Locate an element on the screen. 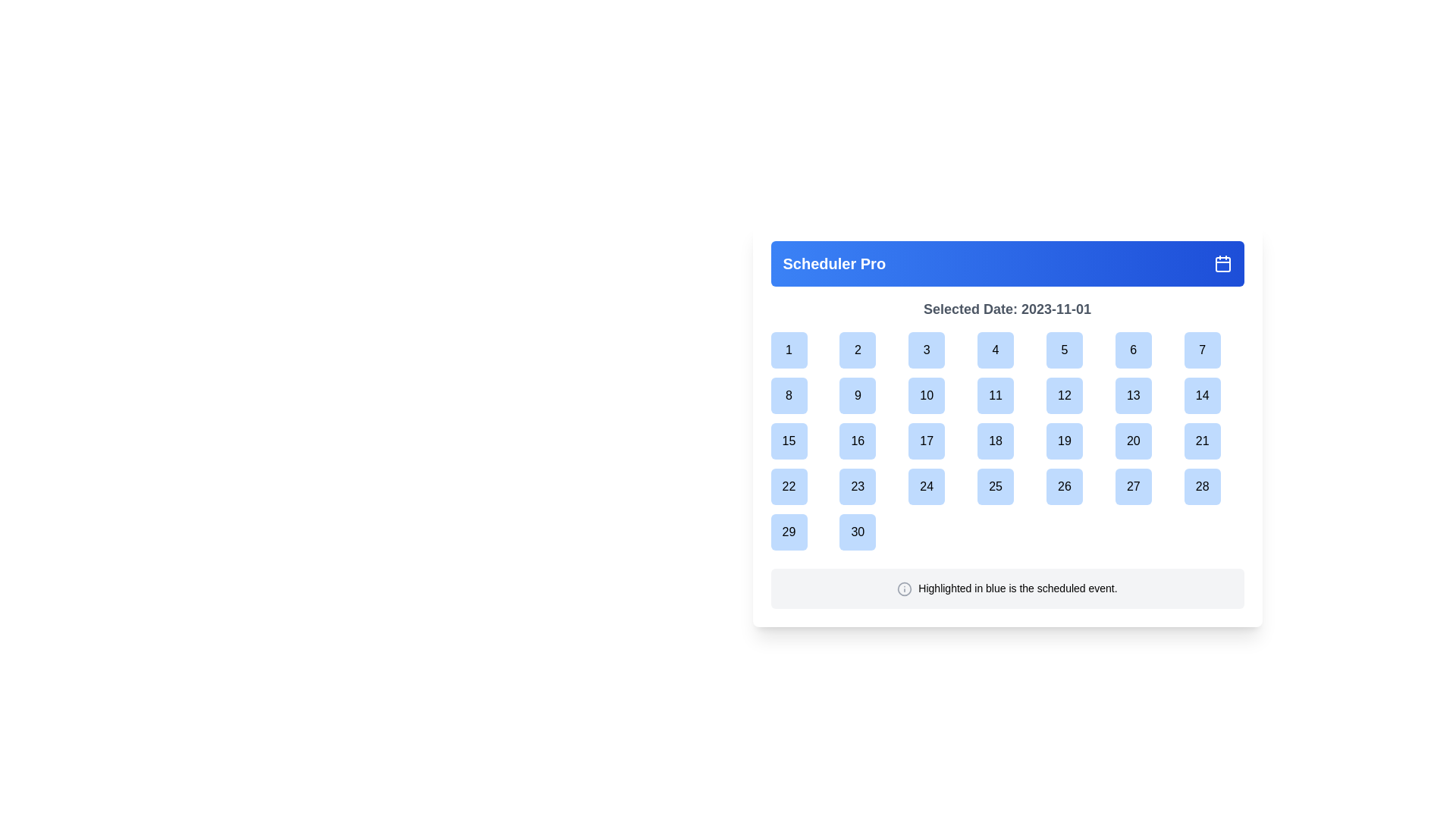 The height and width of the screenshot is (819, 1456). the interactive calendar day button representing the eleventh day of the month is located at coordinates (1007, 394).